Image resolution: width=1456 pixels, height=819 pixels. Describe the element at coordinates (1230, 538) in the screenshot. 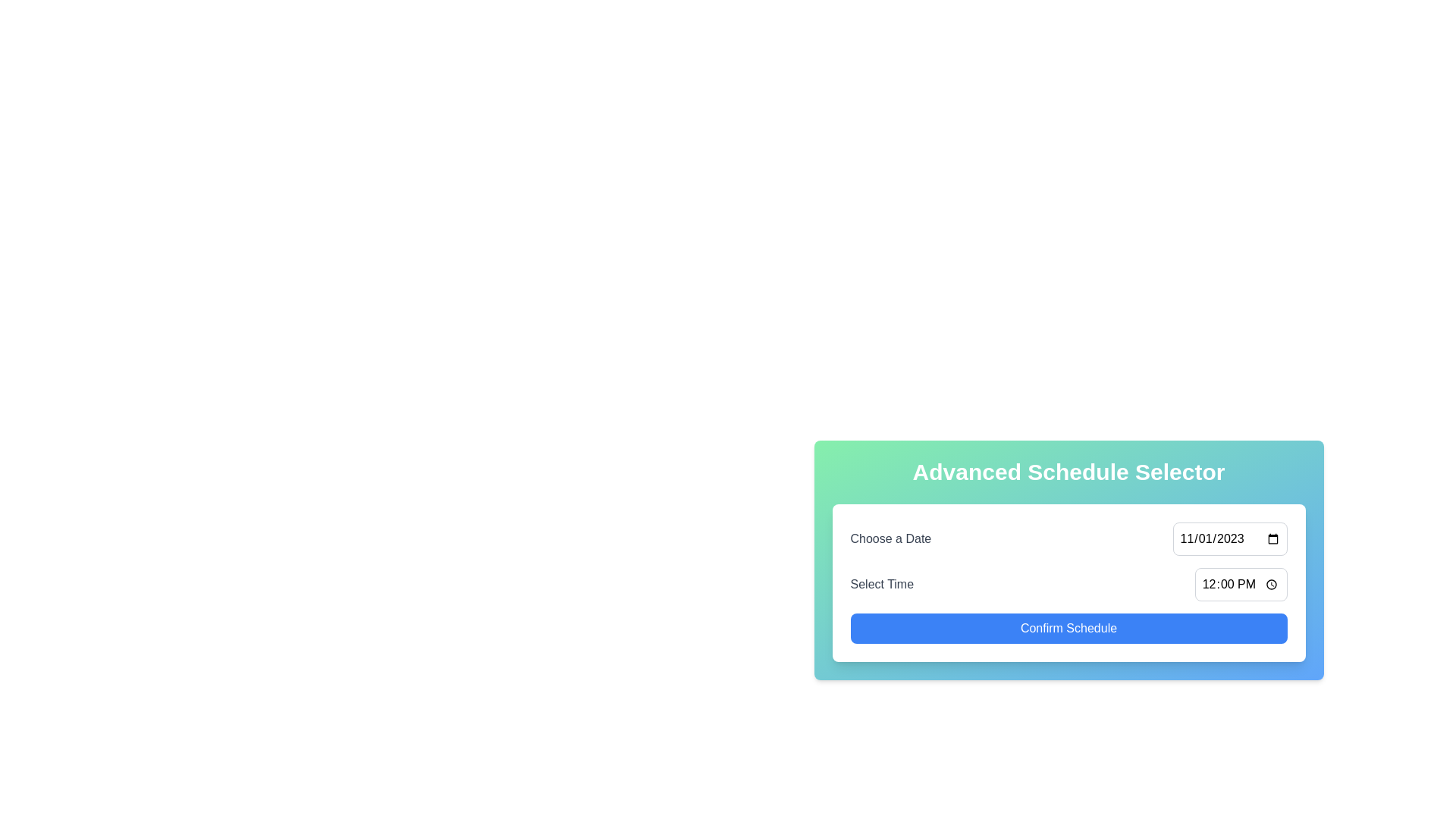

I see `the date input field with the displayed value '11/01/2023' located in the top-right section of the 'Advanced Schedule Selector' panel` at that location.